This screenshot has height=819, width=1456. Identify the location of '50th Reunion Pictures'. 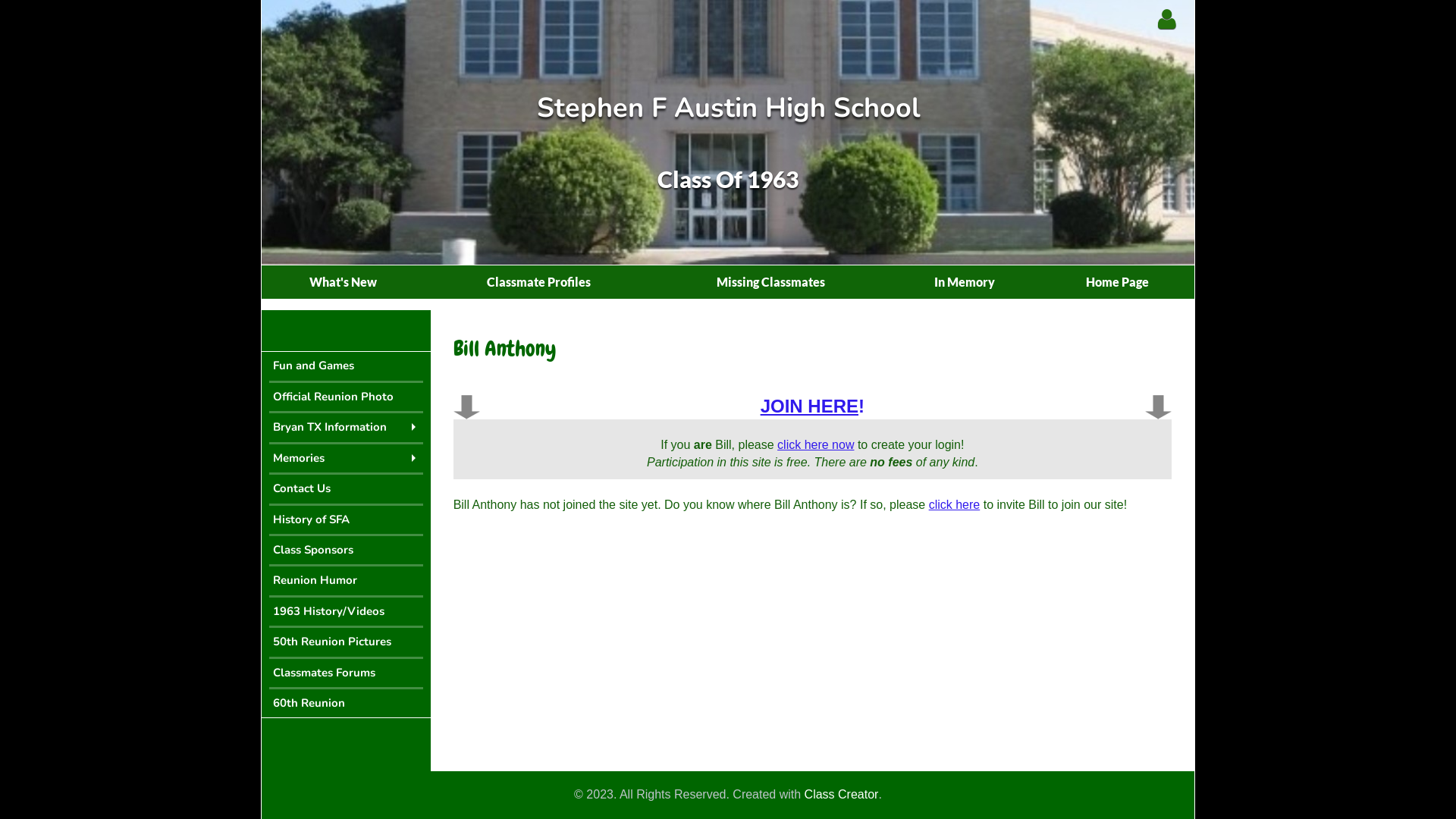
(269, 642).